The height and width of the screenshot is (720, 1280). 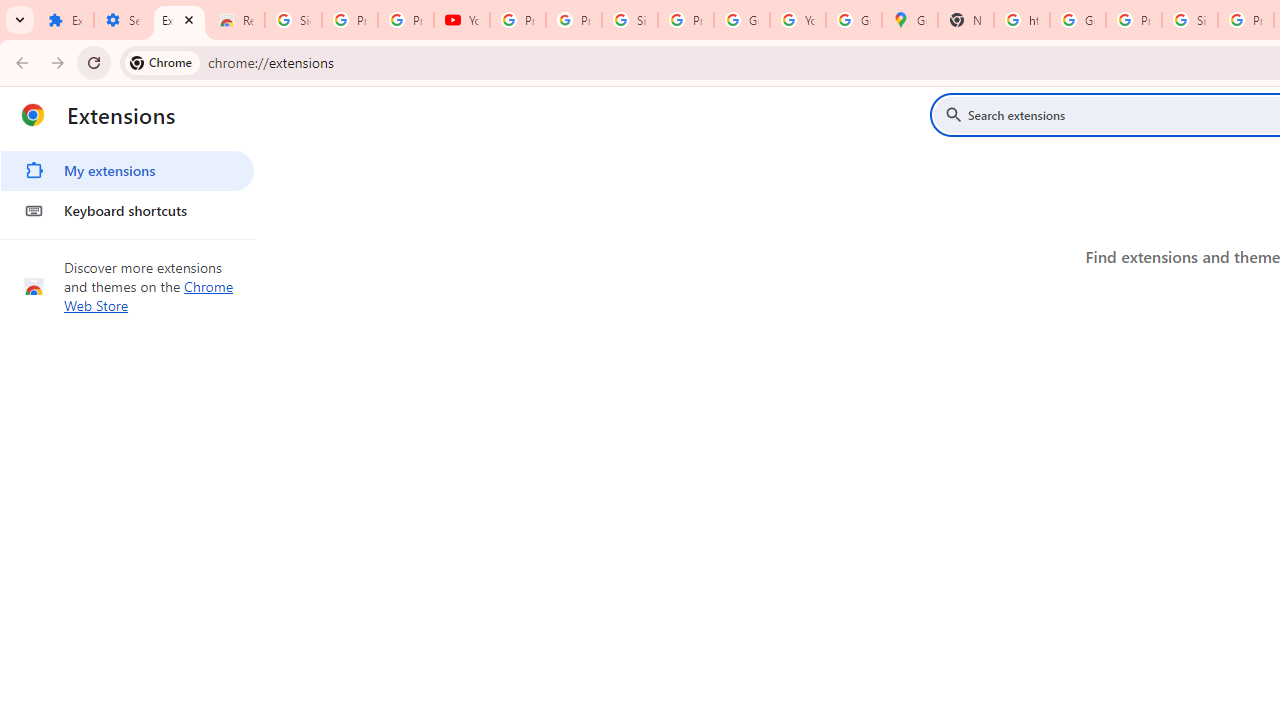 What do you see at coordinates (179, 20) in the screenshot?
I see `'Extensions'` at bounding box center [179, 20].